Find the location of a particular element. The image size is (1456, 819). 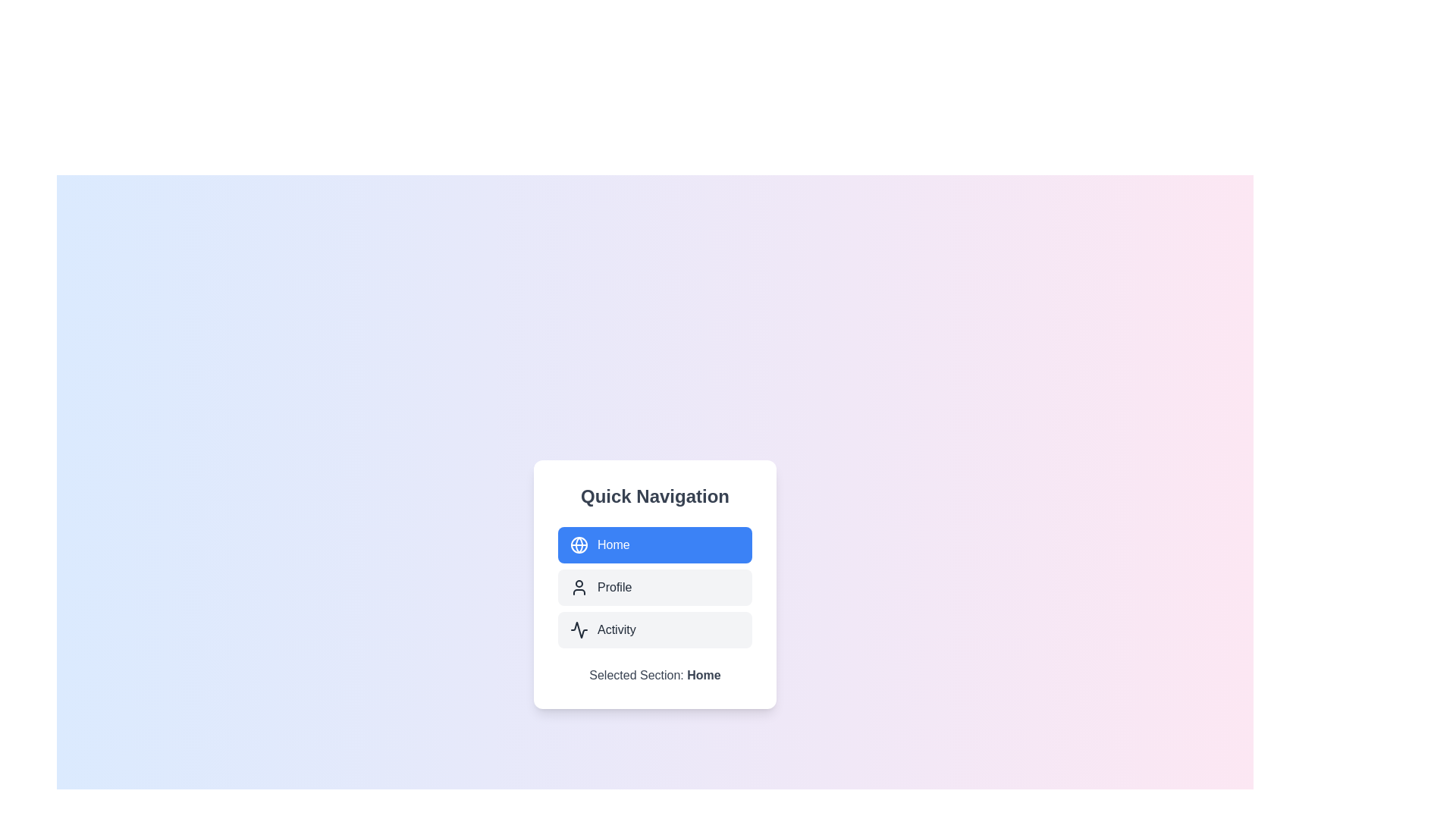

the third item in the vertical navigation menu, which is a text label that serves as a navigation option, positioned beneath the 'Profile' option and above the 'Selected Section' label is located at coordinates (617, 629).